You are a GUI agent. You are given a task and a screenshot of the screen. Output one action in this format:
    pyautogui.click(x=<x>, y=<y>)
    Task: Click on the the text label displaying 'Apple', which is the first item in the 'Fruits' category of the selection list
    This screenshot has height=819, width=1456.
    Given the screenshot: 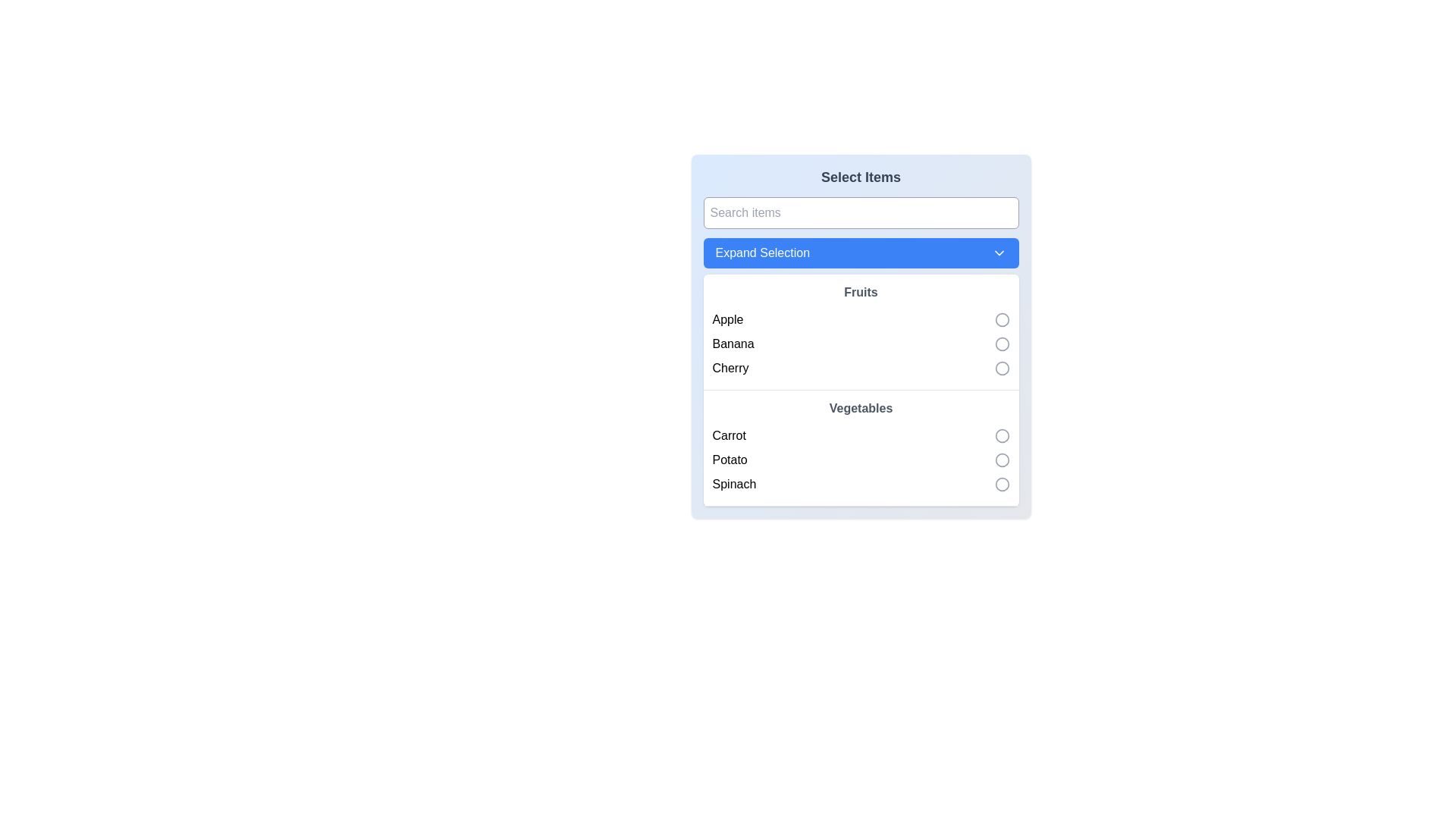 What is the action you would take?
    pyautogui.click(x=728, y=318)
    